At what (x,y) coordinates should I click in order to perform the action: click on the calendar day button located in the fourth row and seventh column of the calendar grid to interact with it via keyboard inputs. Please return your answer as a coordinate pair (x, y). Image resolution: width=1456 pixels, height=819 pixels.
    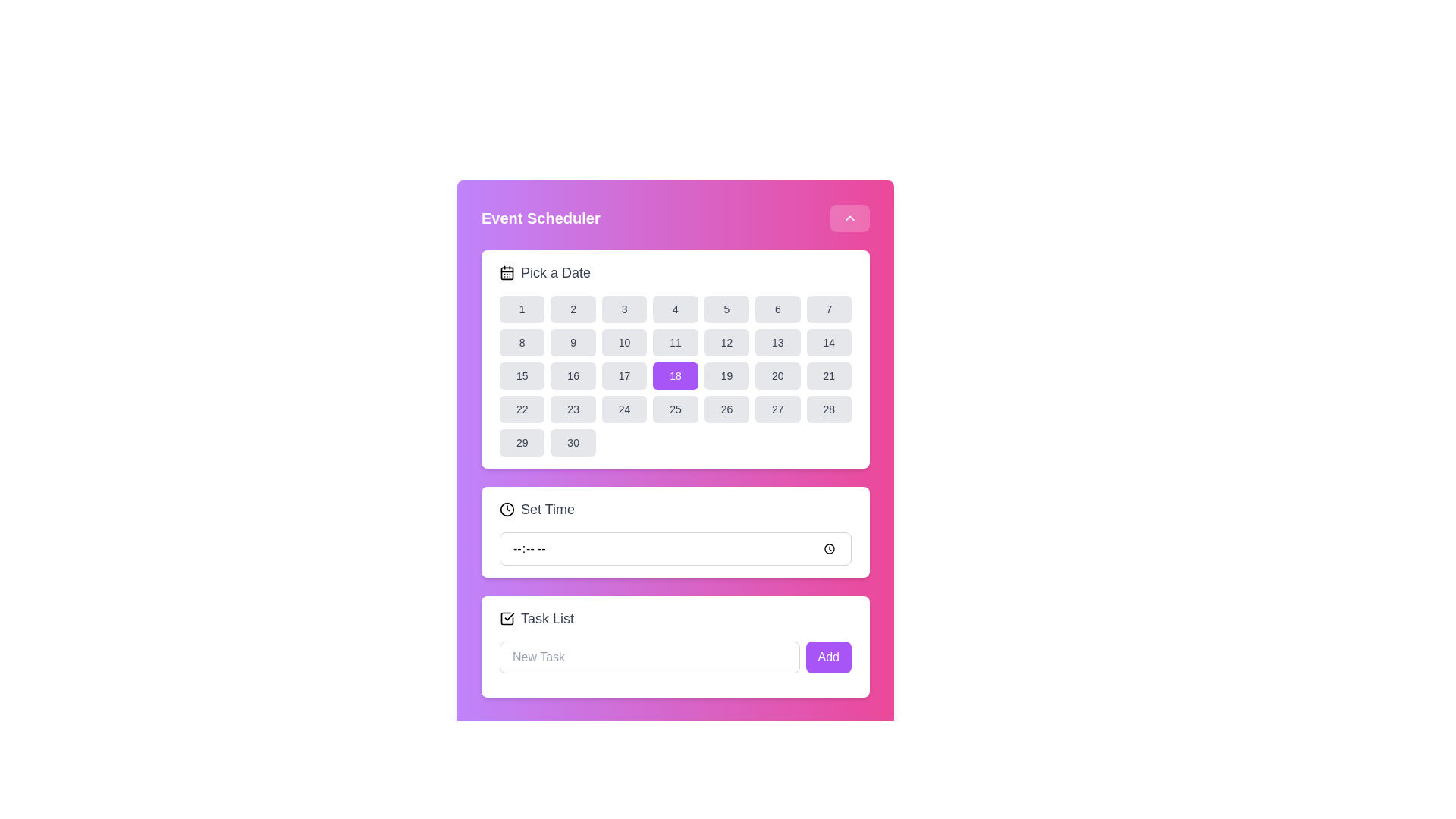
    Looking at the image, I should click on (828, 342).